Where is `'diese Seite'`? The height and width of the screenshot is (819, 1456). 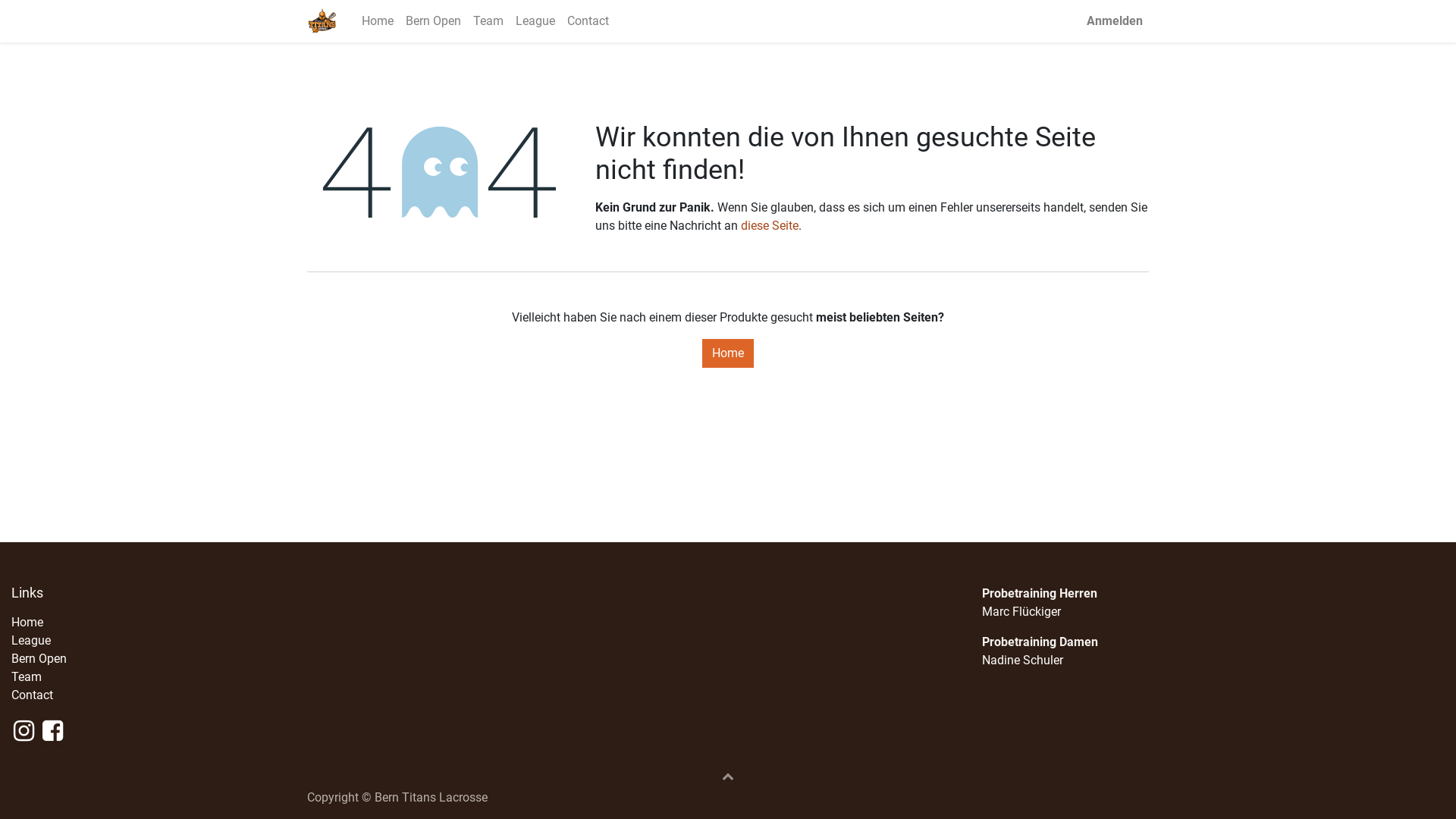
'diese Seite' is located at coordinates (769, 225).